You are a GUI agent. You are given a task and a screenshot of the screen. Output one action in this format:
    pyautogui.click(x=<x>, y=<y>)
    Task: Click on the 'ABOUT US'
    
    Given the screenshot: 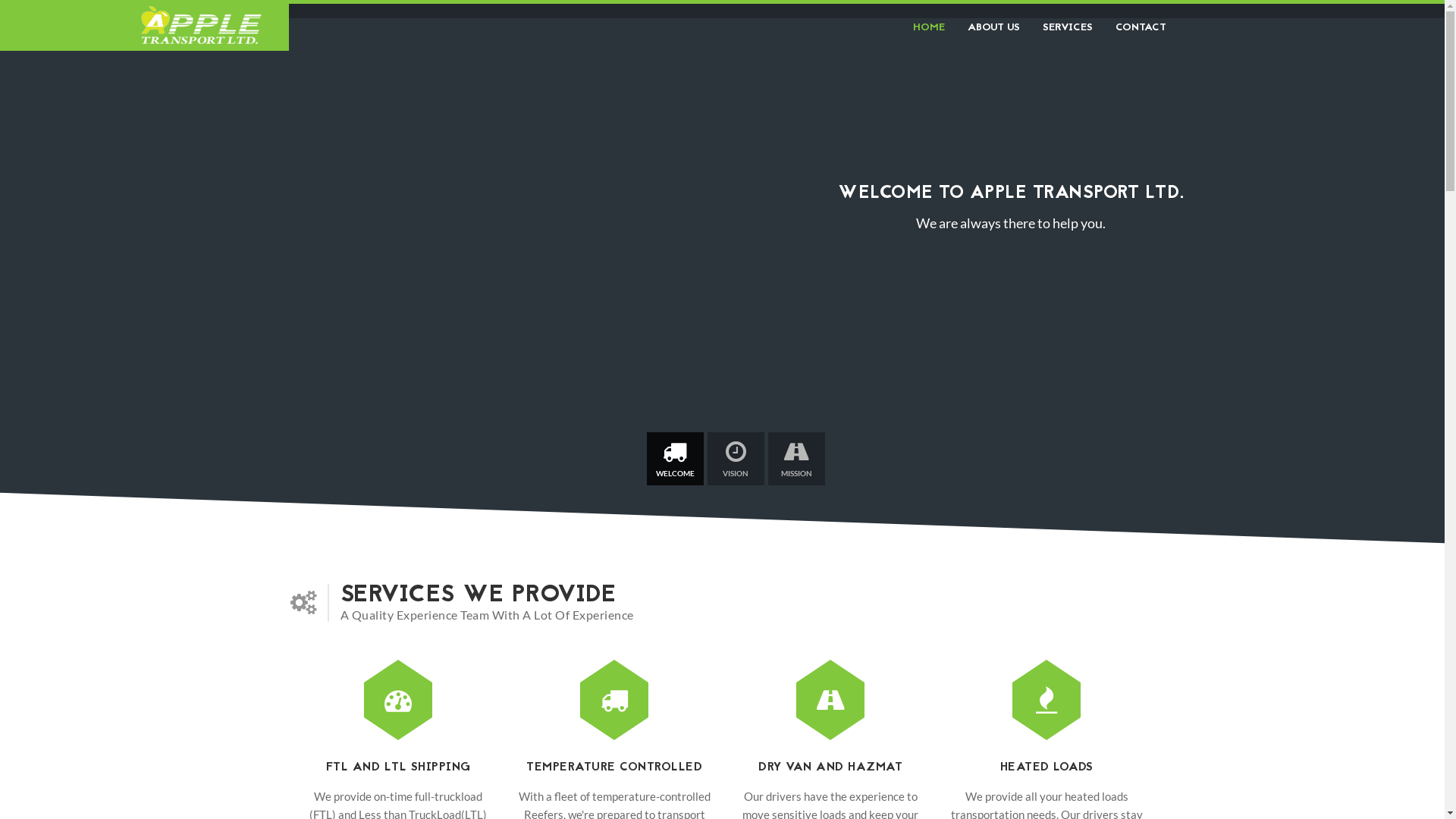 What is the action you would take?
    pyautogui.click(x=954, y=27)
    